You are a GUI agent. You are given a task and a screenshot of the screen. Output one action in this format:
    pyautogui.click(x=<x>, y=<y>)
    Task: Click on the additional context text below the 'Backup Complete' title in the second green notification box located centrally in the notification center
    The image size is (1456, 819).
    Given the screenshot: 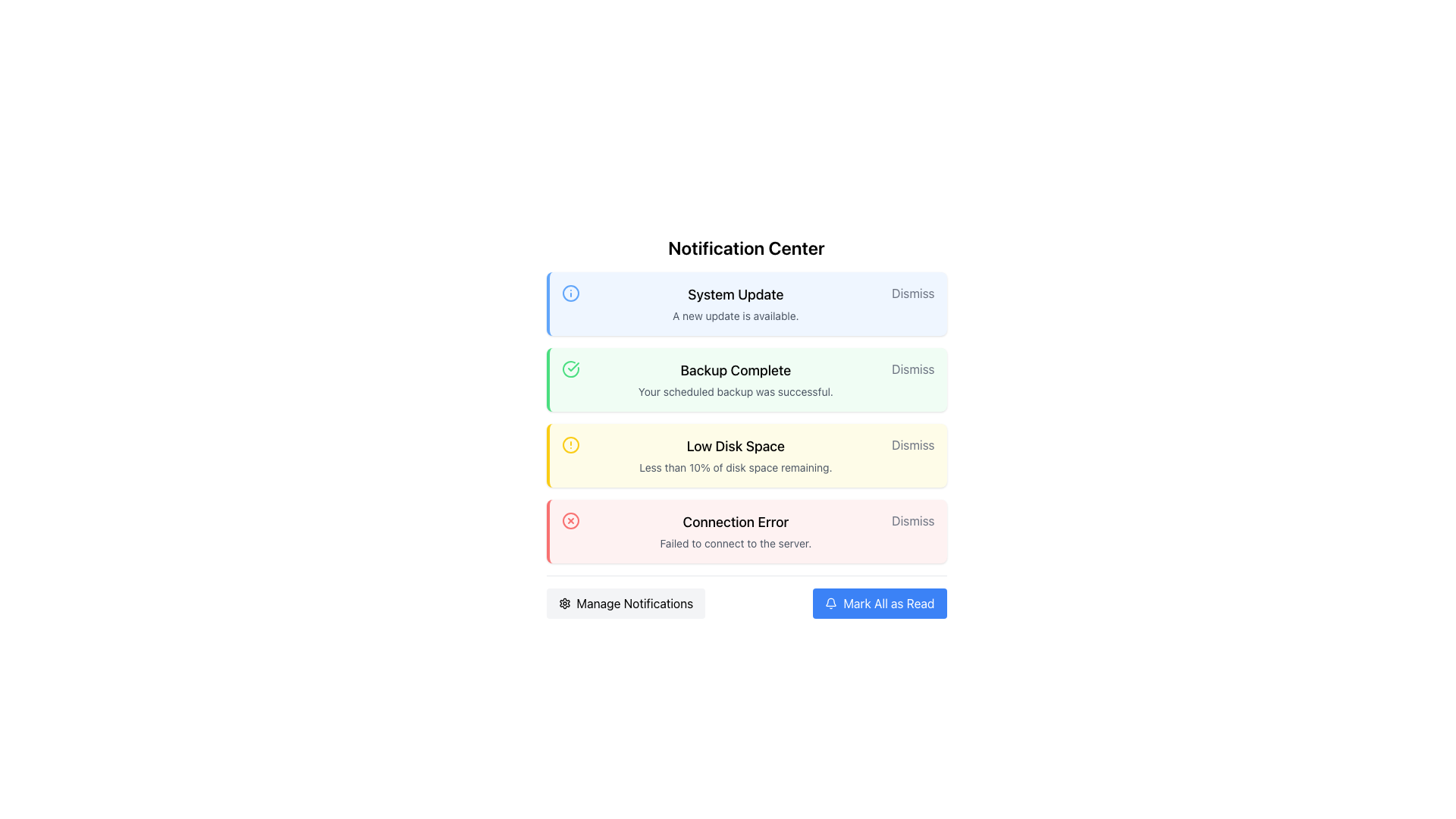 What is the action you would take?
    pyautogui.click(x=736, y=391)
    